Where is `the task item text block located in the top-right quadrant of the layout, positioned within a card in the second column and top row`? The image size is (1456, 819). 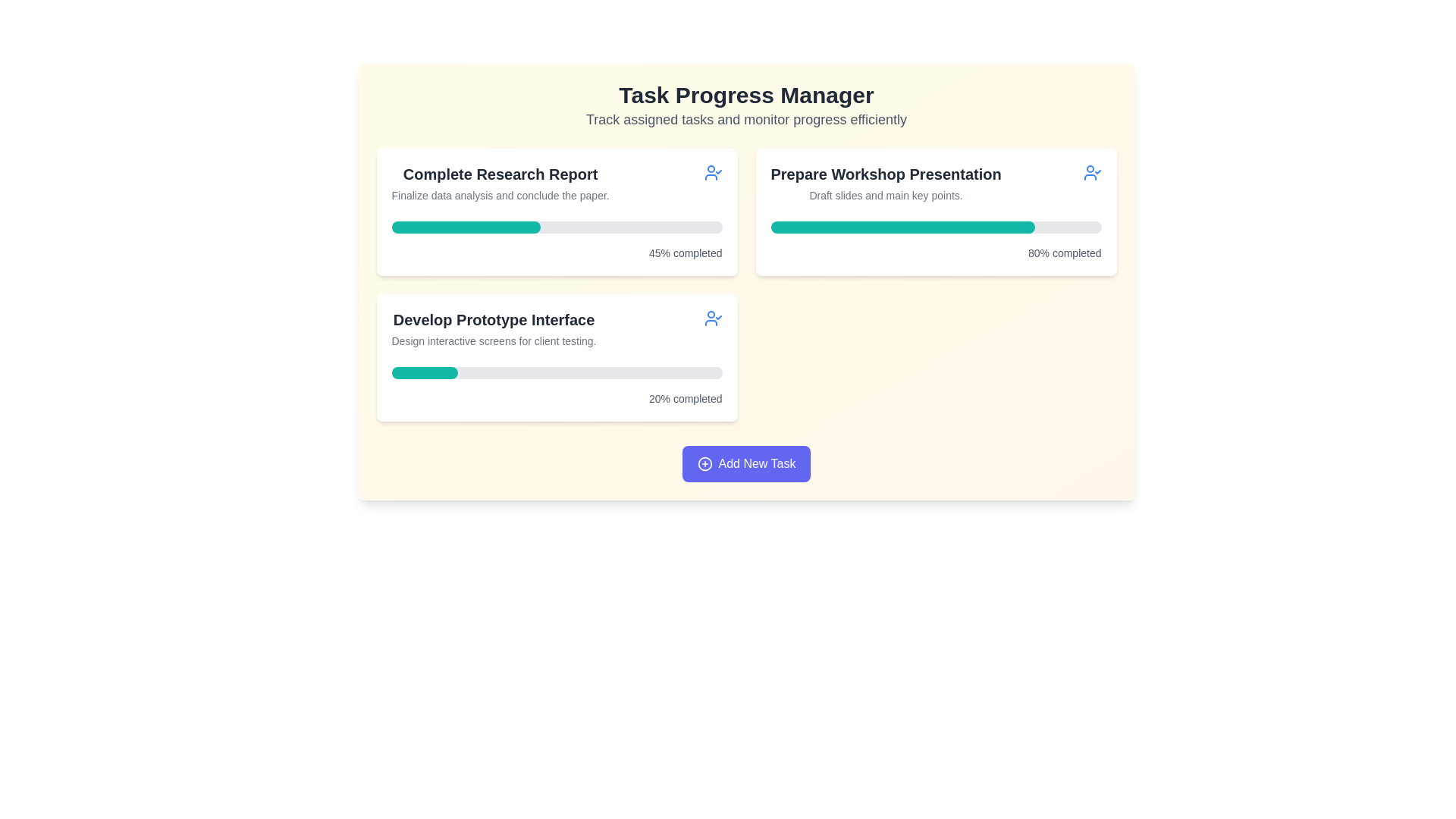 the task item text block located in the top-right quadrant of the layout, positioned within a card in the second column and top row is located at coordinates (886, 183).